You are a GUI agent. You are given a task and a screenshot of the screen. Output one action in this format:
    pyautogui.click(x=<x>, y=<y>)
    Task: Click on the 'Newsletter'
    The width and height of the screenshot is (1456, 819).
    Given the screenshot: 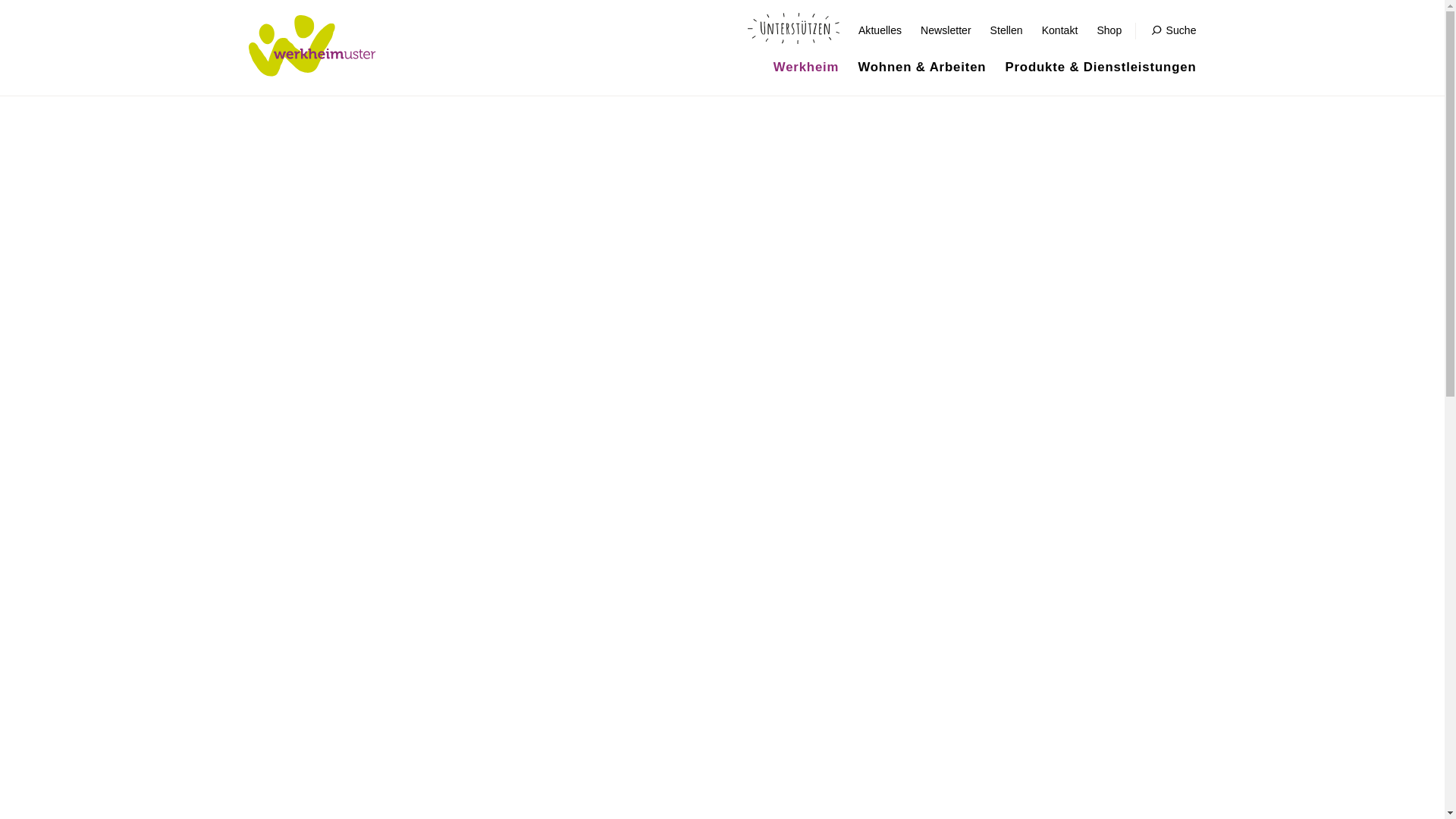 What is the action you would take?
    pyautogui.click(x=945, y=30)
    